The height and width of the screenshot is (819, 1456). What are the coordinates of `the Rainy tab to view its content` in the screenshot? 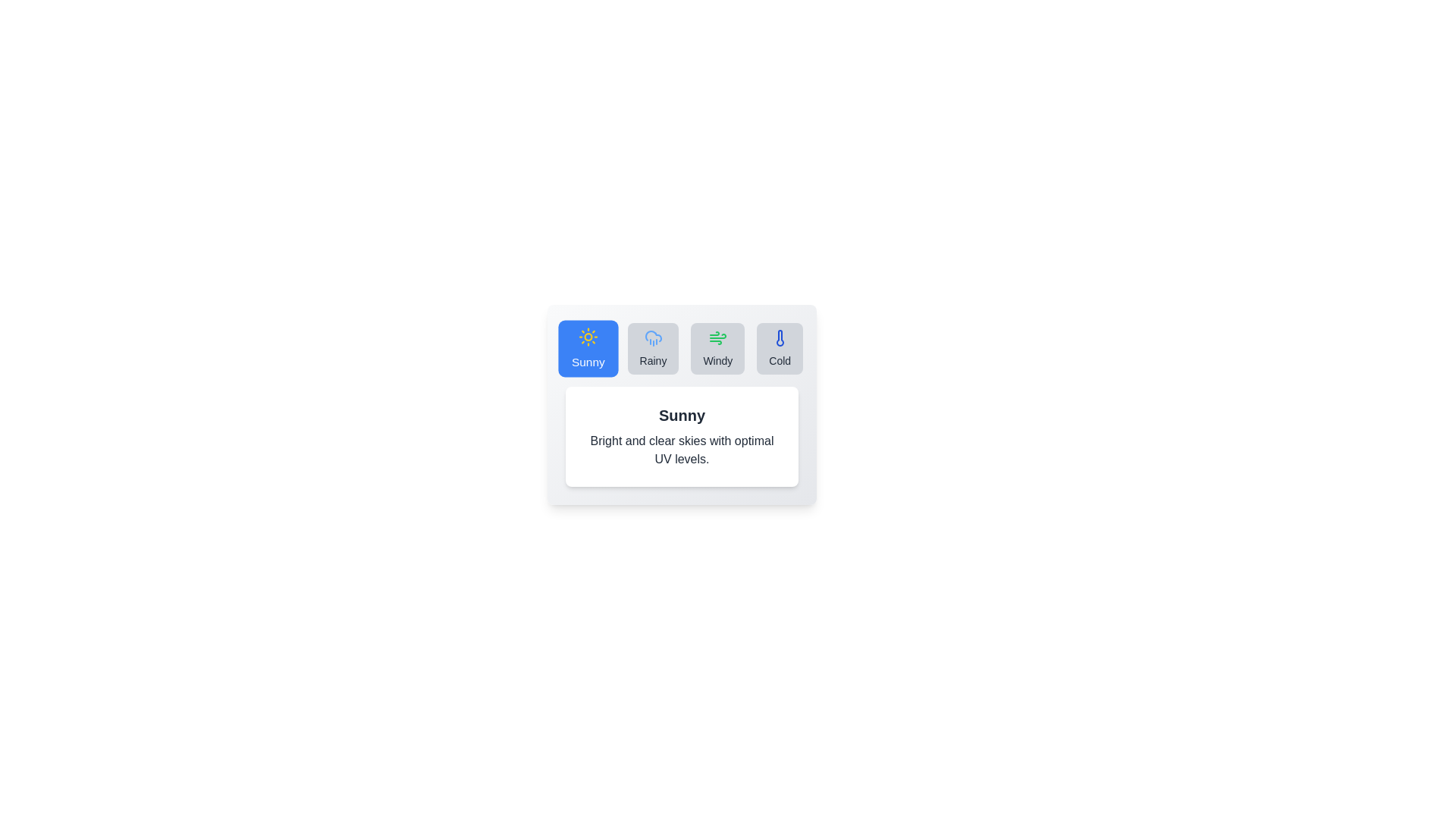 It's located at (653, 348).